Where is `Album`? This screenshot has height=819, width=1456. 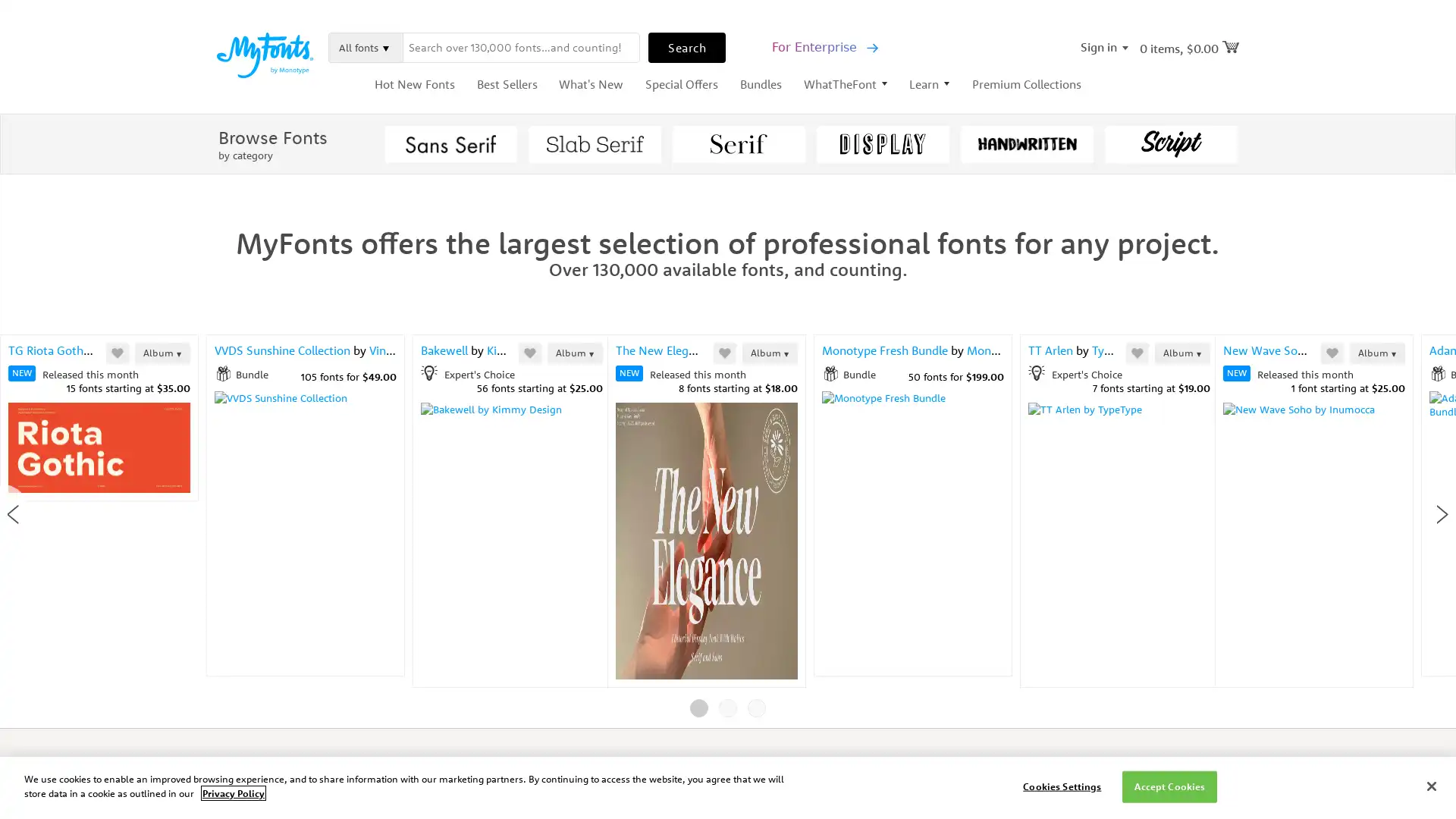
Album is located at coordinates (438, 353).